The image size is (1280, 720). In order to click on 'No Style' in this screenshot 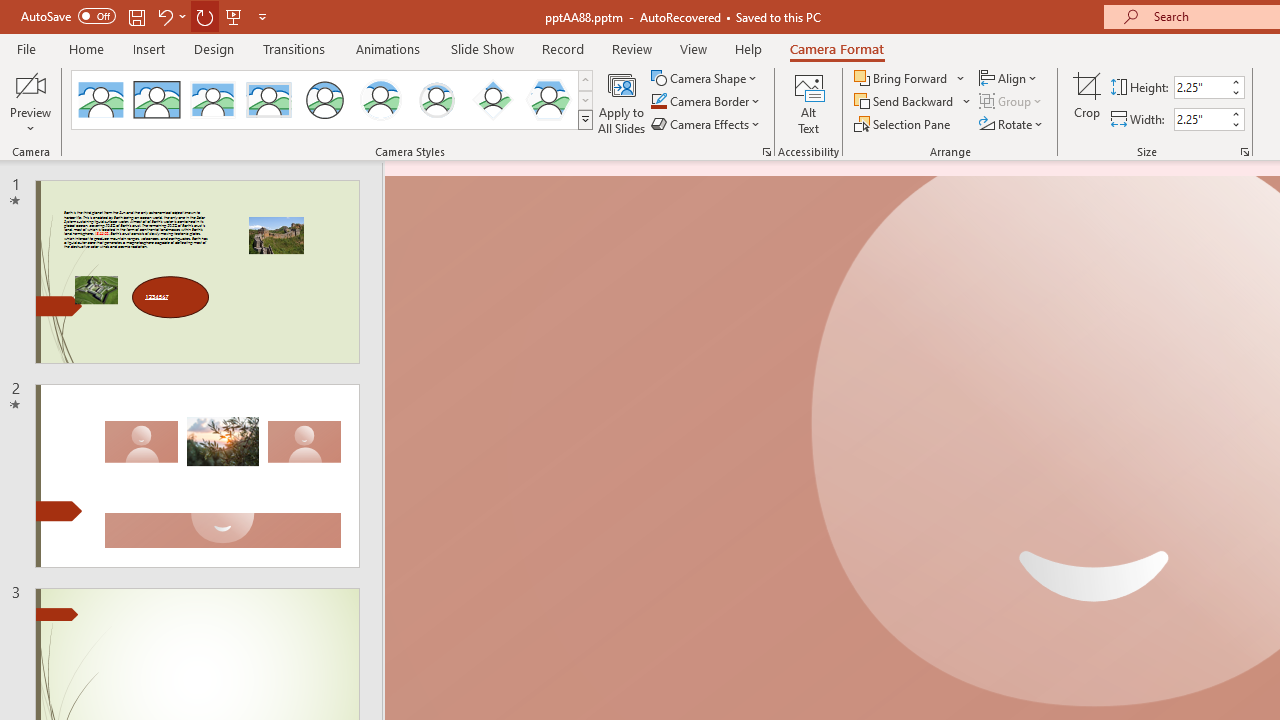, I will do `click(100, 100)`.